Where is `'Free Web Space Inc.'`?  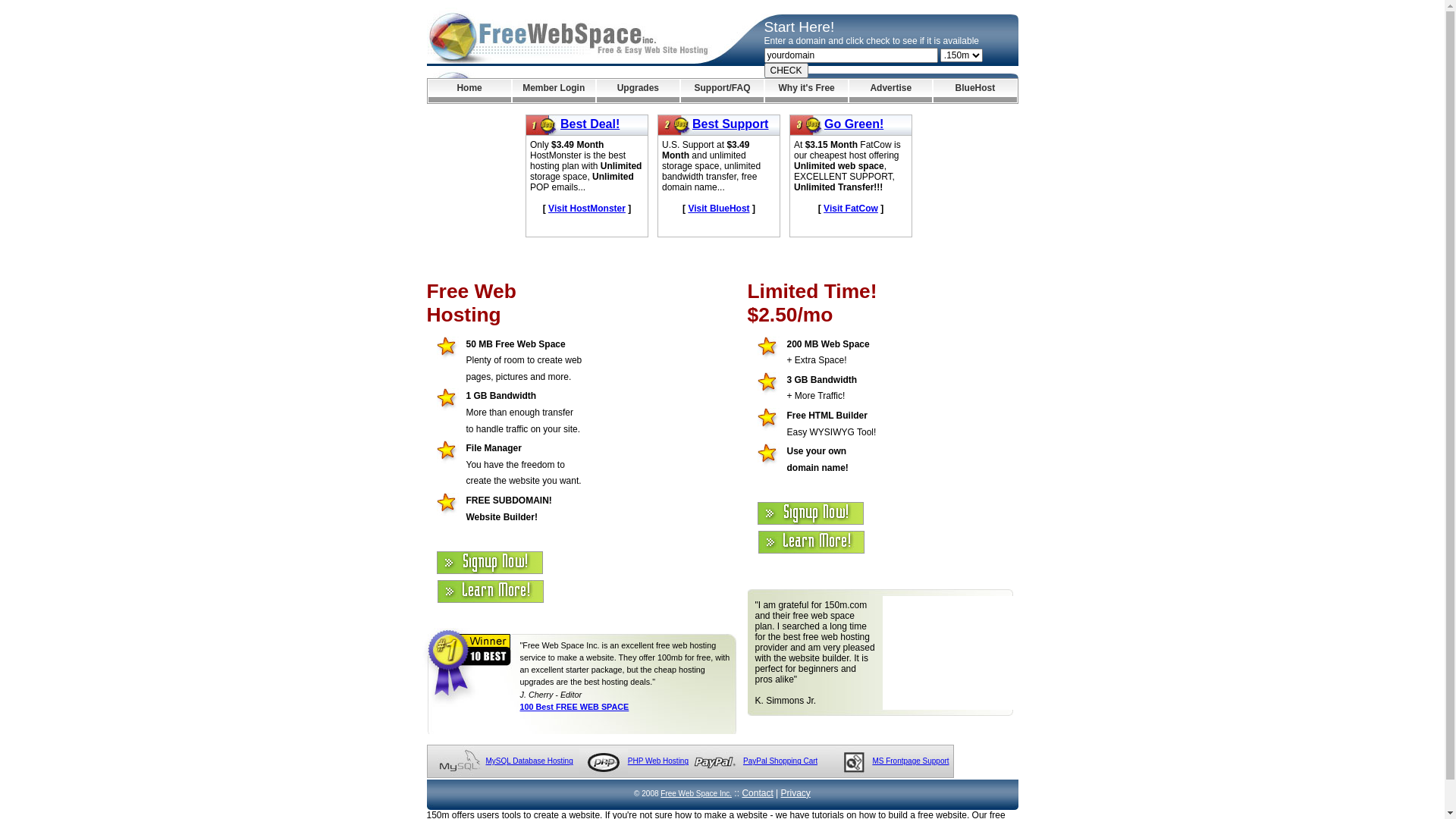
'Free Web Space Inc.' is located at coordinates (660, 792).